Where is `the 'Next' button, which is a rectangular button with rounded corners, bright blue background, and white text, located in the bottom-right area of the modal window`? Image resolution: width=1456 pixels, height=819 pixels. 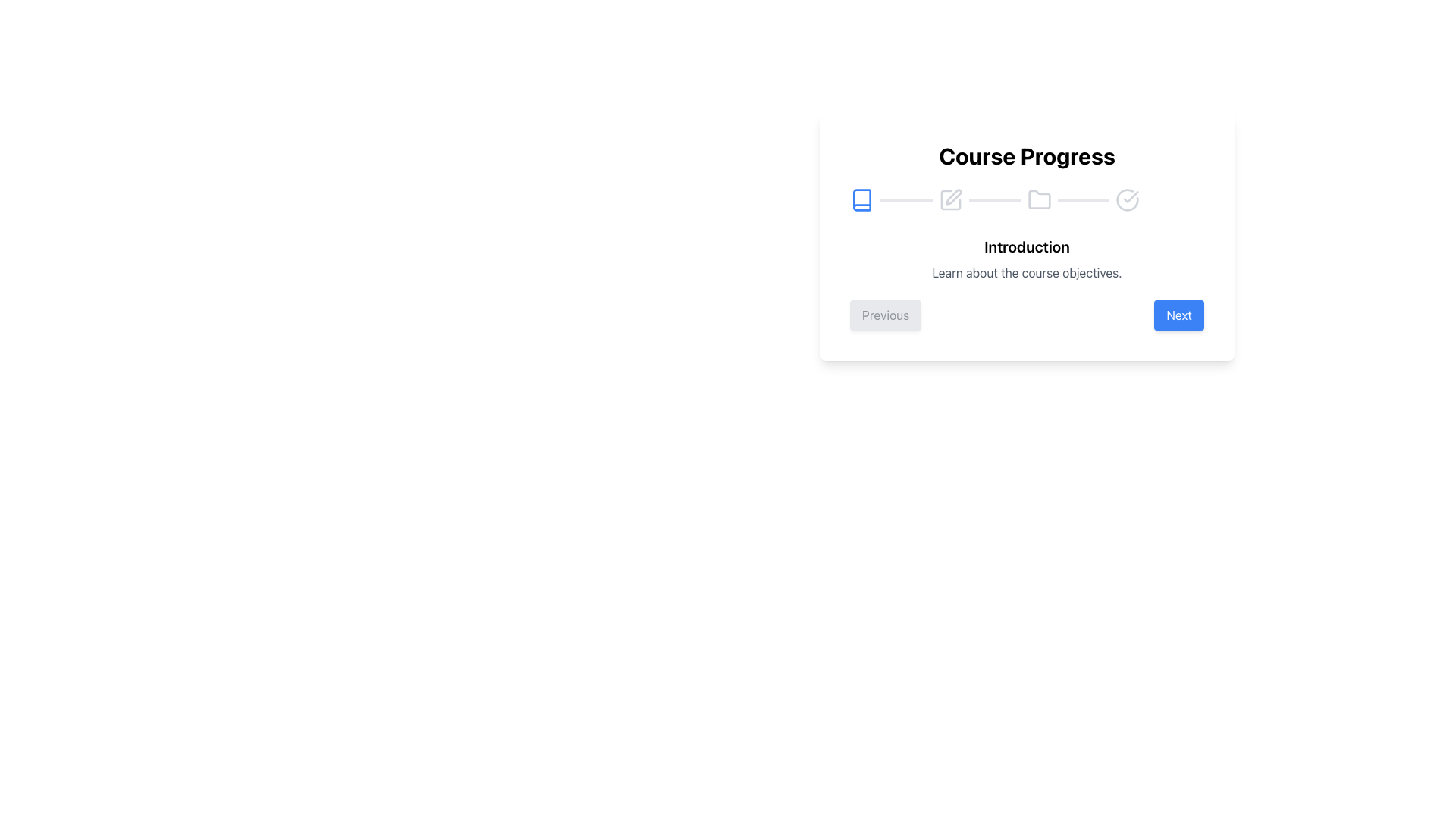 the 'Next' button, which is a rectangular button with rounded corners, bright blue background, and white text, located in the bottom-right area of the modal window is located at coordinates (1178, 315).